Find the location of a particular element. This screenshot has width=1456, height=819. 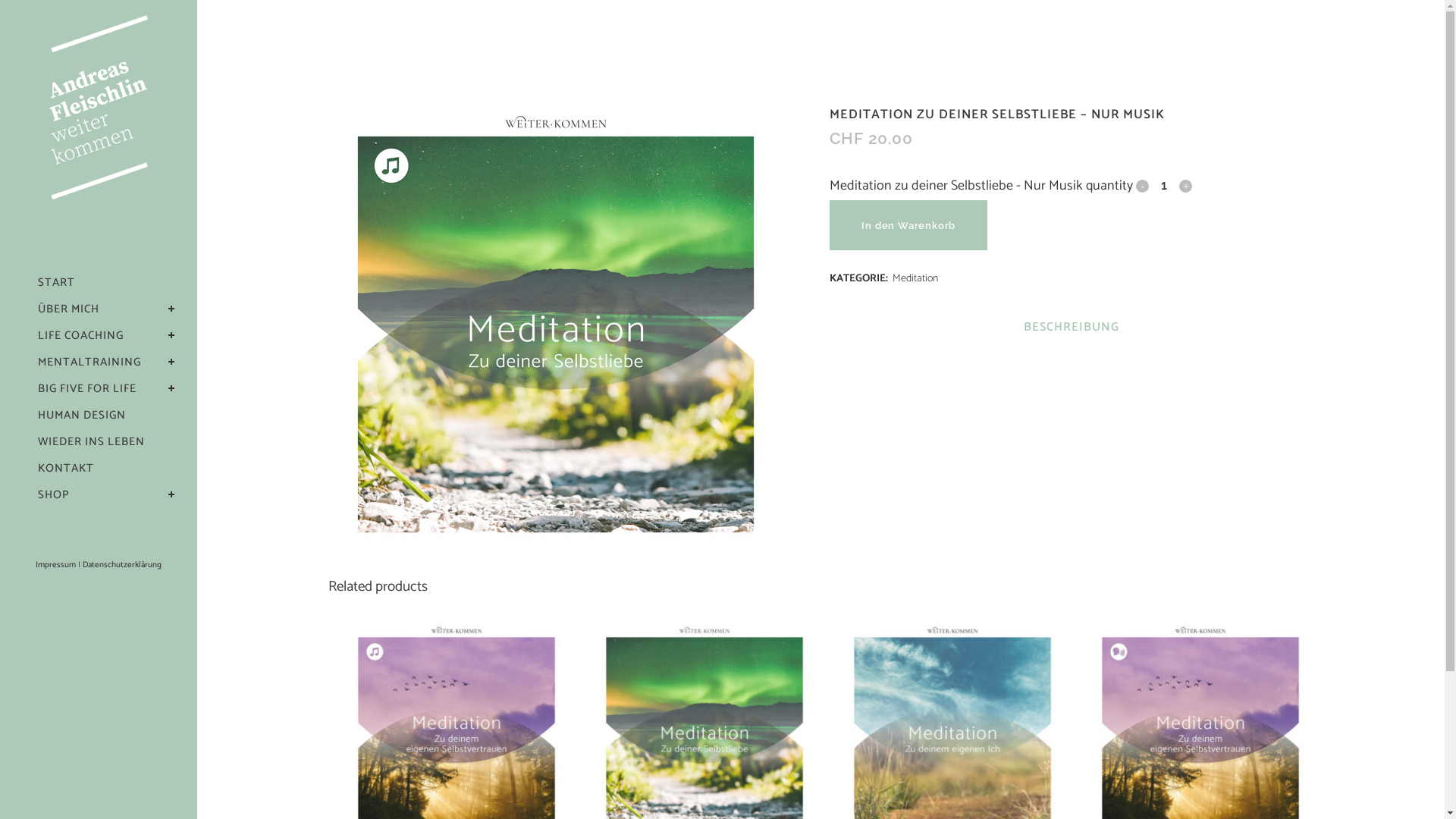

'In den Warenkorb' is located at coordinates (908, 225).